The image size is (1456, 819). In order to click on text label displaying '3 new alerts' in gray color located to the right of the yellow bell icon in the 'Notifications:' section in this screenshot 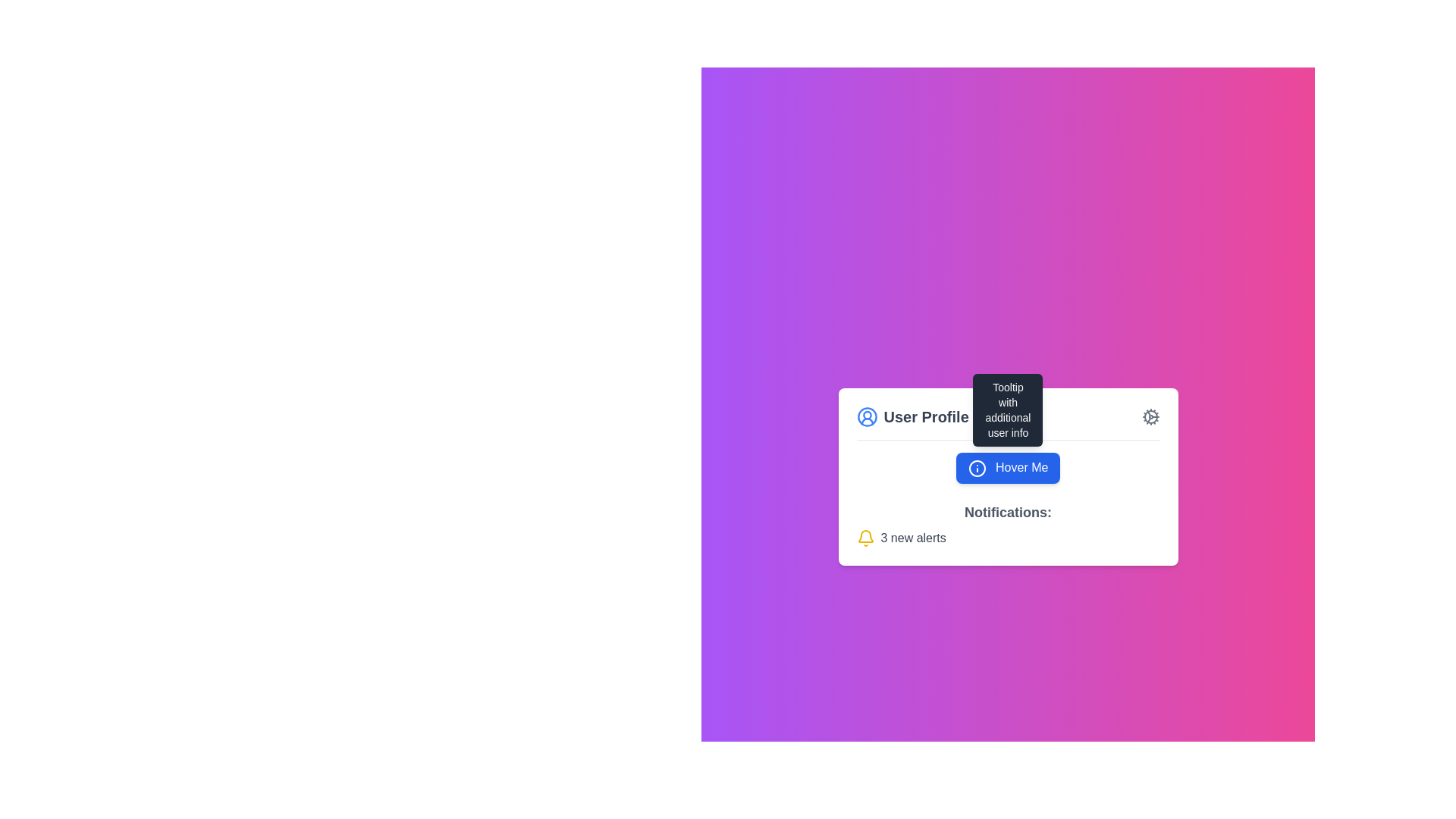, I will do `click(912, 537)`.